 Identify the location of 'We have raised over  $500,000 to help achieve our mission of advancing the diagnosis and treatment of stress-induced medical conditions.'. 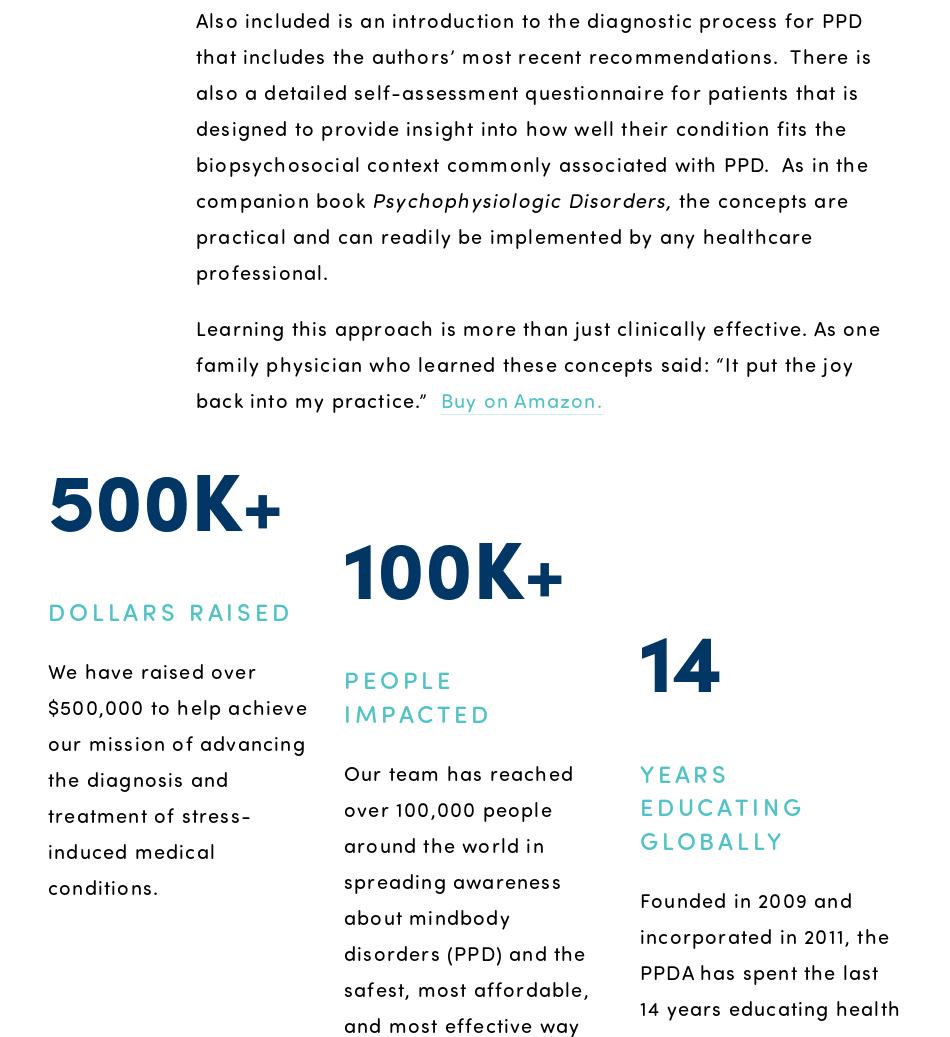
(47, 777).